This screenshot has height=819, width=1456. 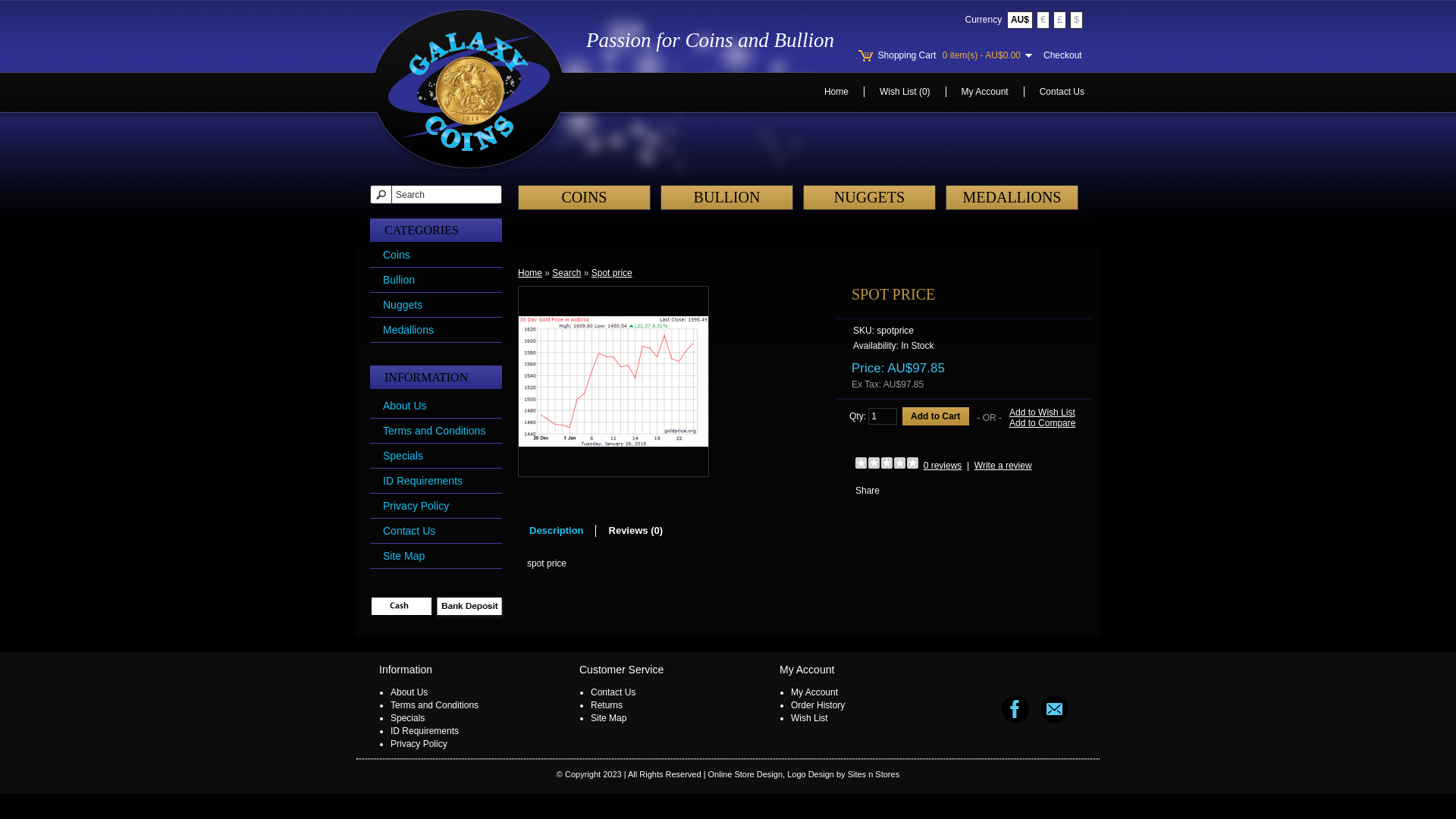 I want to click on 'Share', so click(x=867, y=491).